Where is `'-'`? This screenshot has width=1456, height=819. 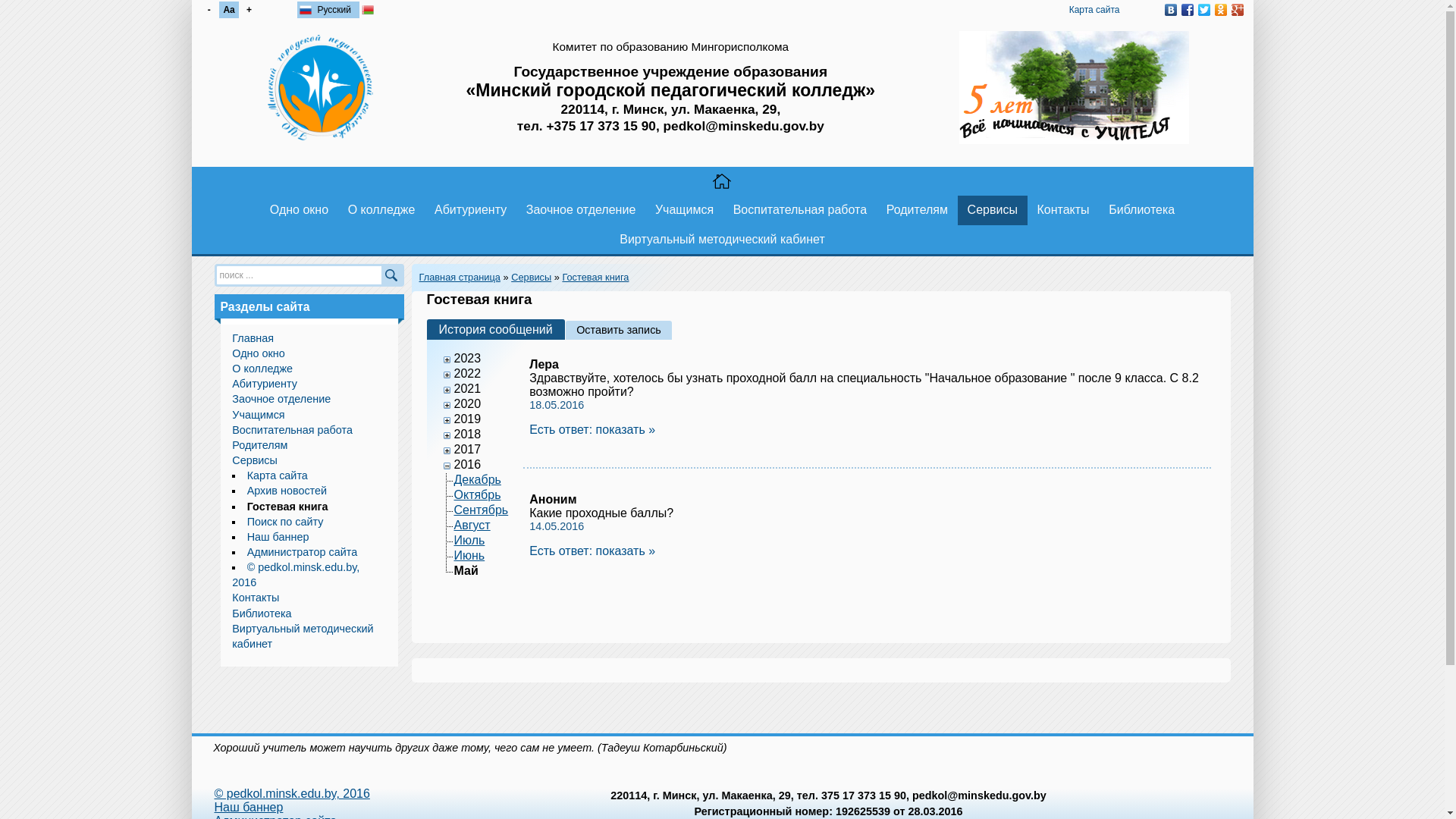
'-' is located at coordinates (198, 9).